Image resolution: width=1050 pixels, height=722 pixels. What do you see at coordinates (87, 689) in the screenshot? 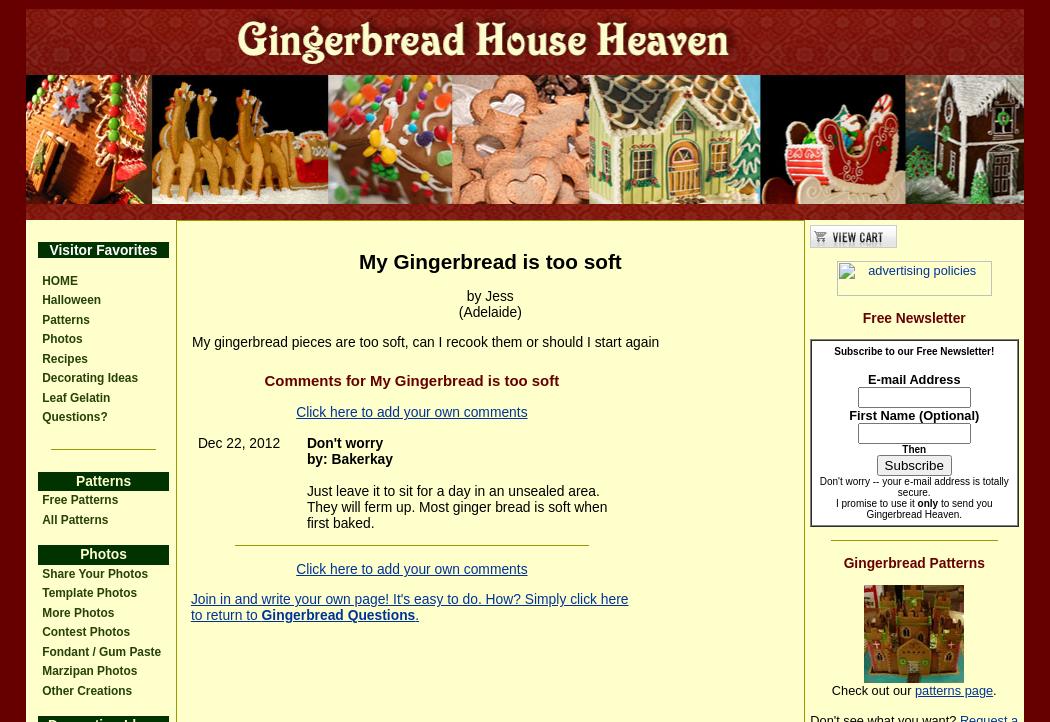
I see `'Other Creations'` at bounding box center [87, 689].